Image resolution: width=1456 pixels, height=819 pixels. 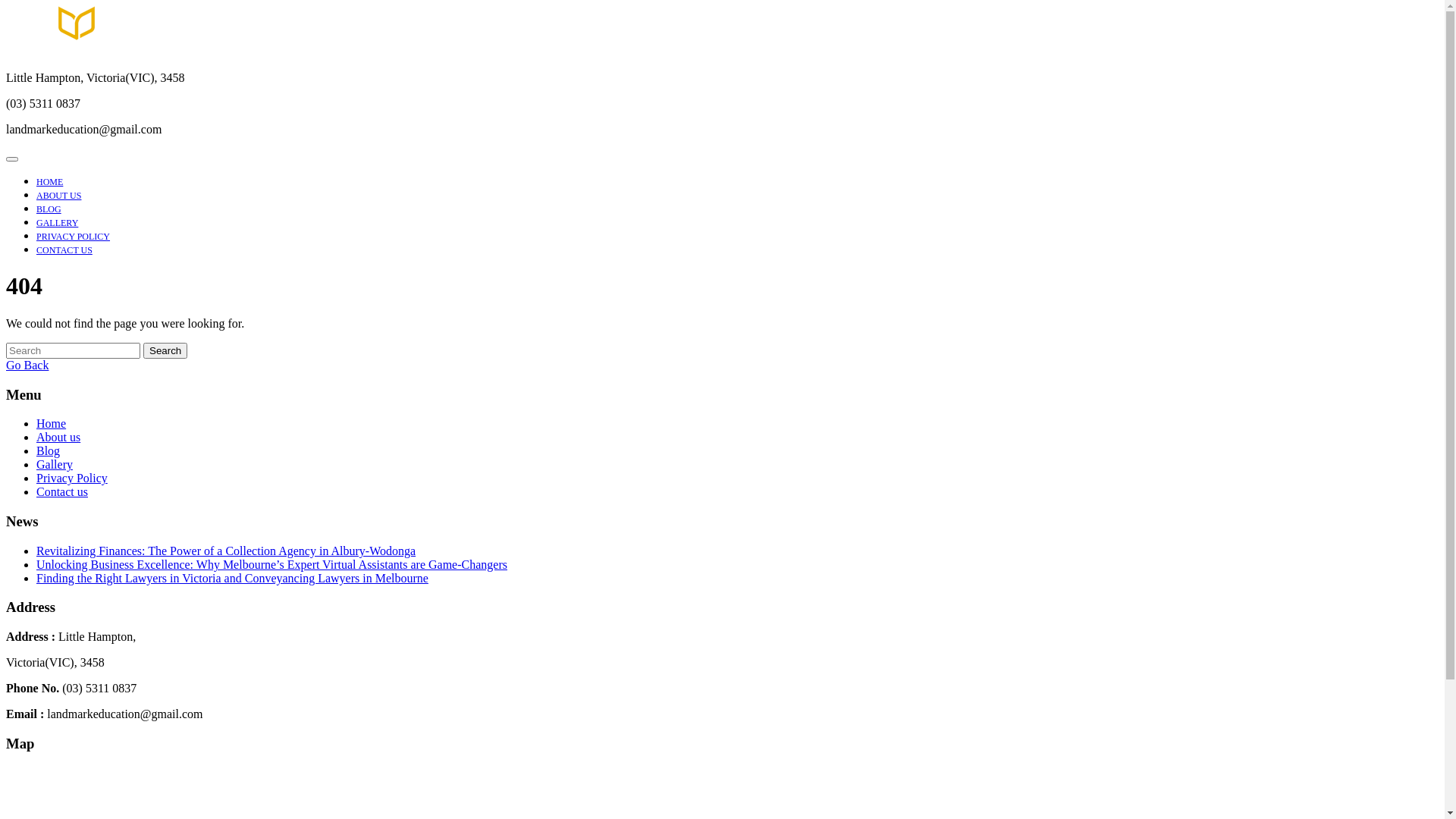 What do you see at coordinates (36, 222) in the screenshot?
I see `'GALLERY'` at bounding box center [36, 222].